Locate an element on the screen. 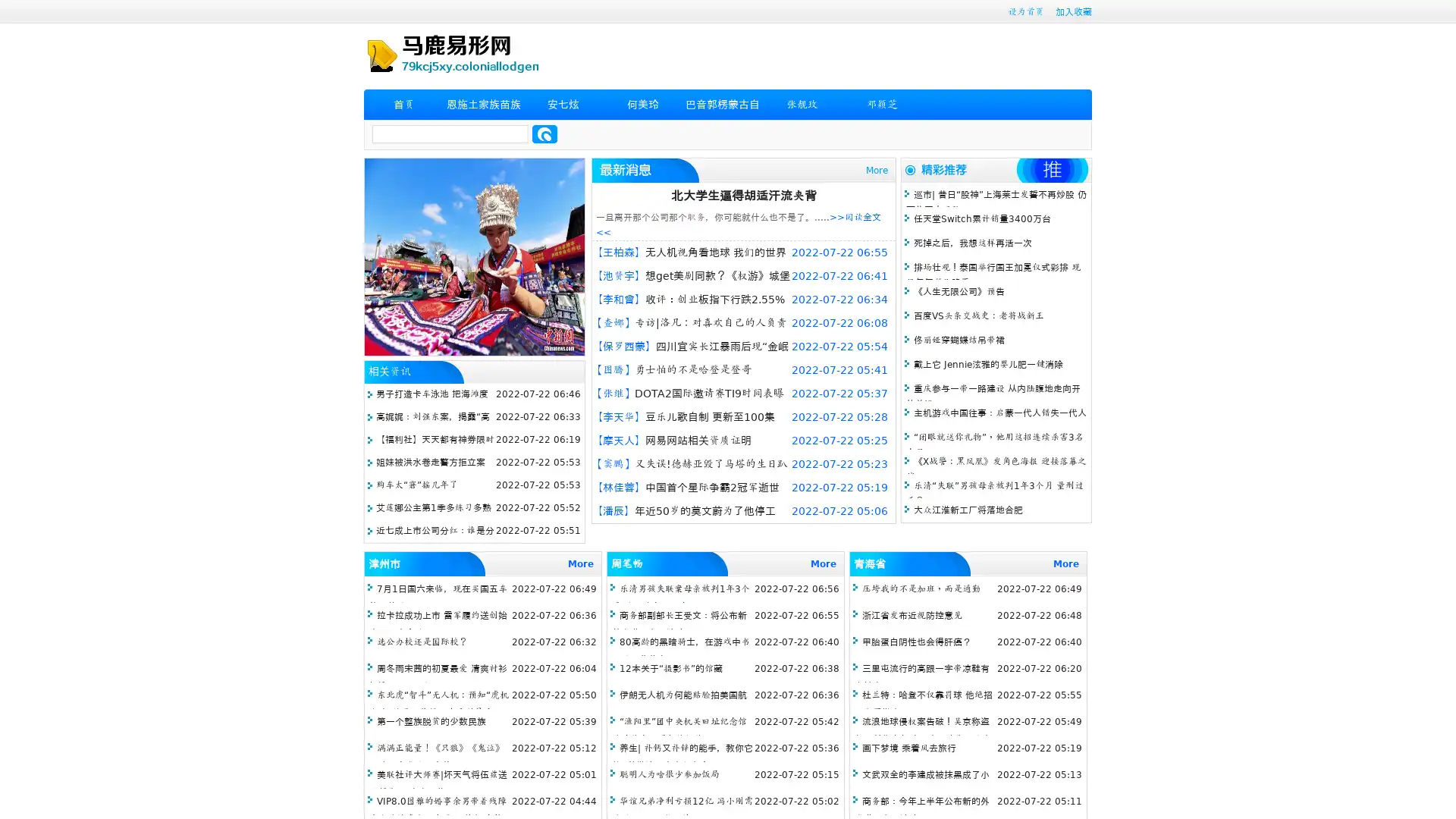  Search is located at coordinates (544, 133).